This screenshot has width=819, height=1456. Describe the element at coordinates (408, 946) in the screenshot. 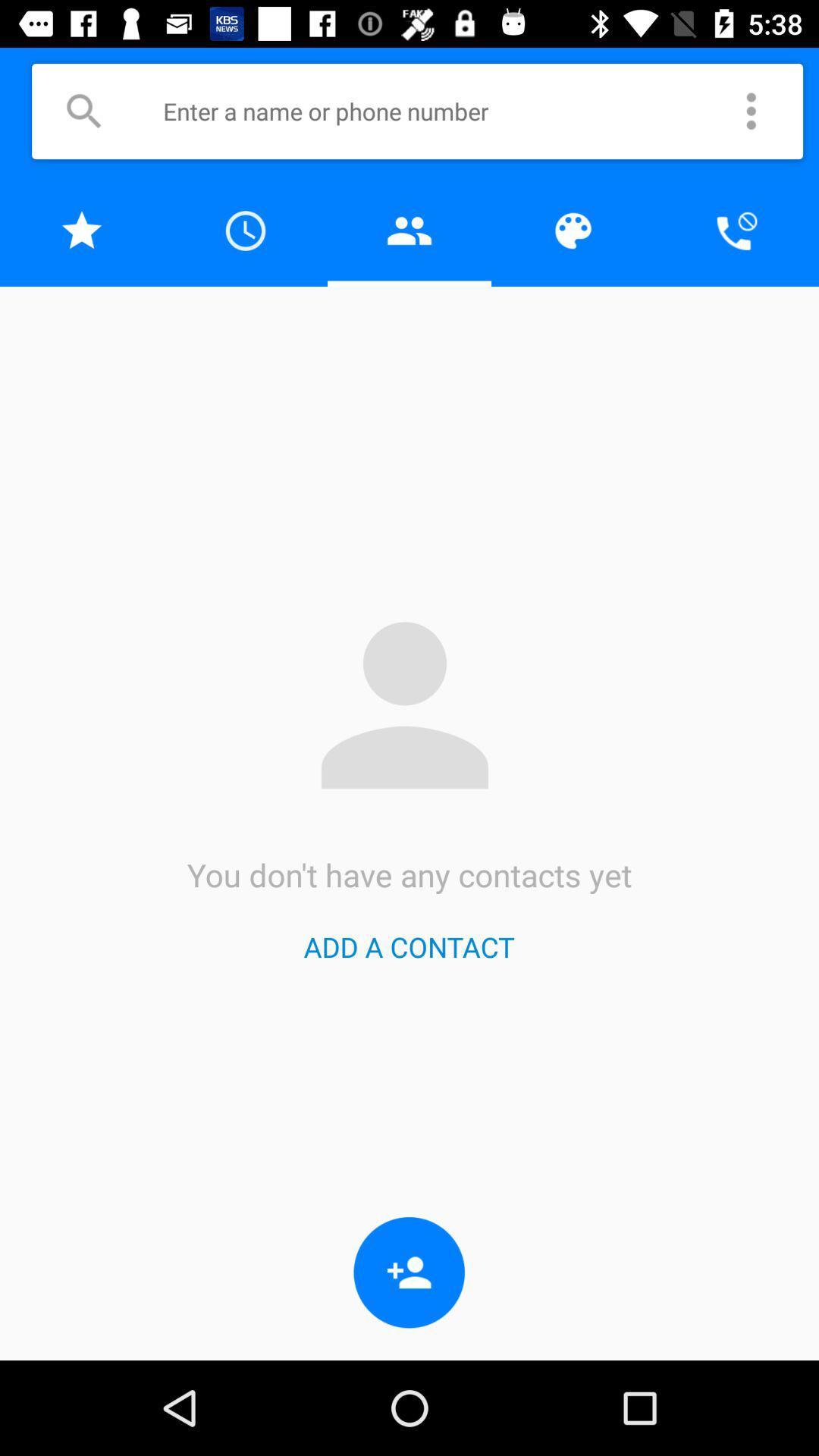

I see `add a contact icon` at that location.